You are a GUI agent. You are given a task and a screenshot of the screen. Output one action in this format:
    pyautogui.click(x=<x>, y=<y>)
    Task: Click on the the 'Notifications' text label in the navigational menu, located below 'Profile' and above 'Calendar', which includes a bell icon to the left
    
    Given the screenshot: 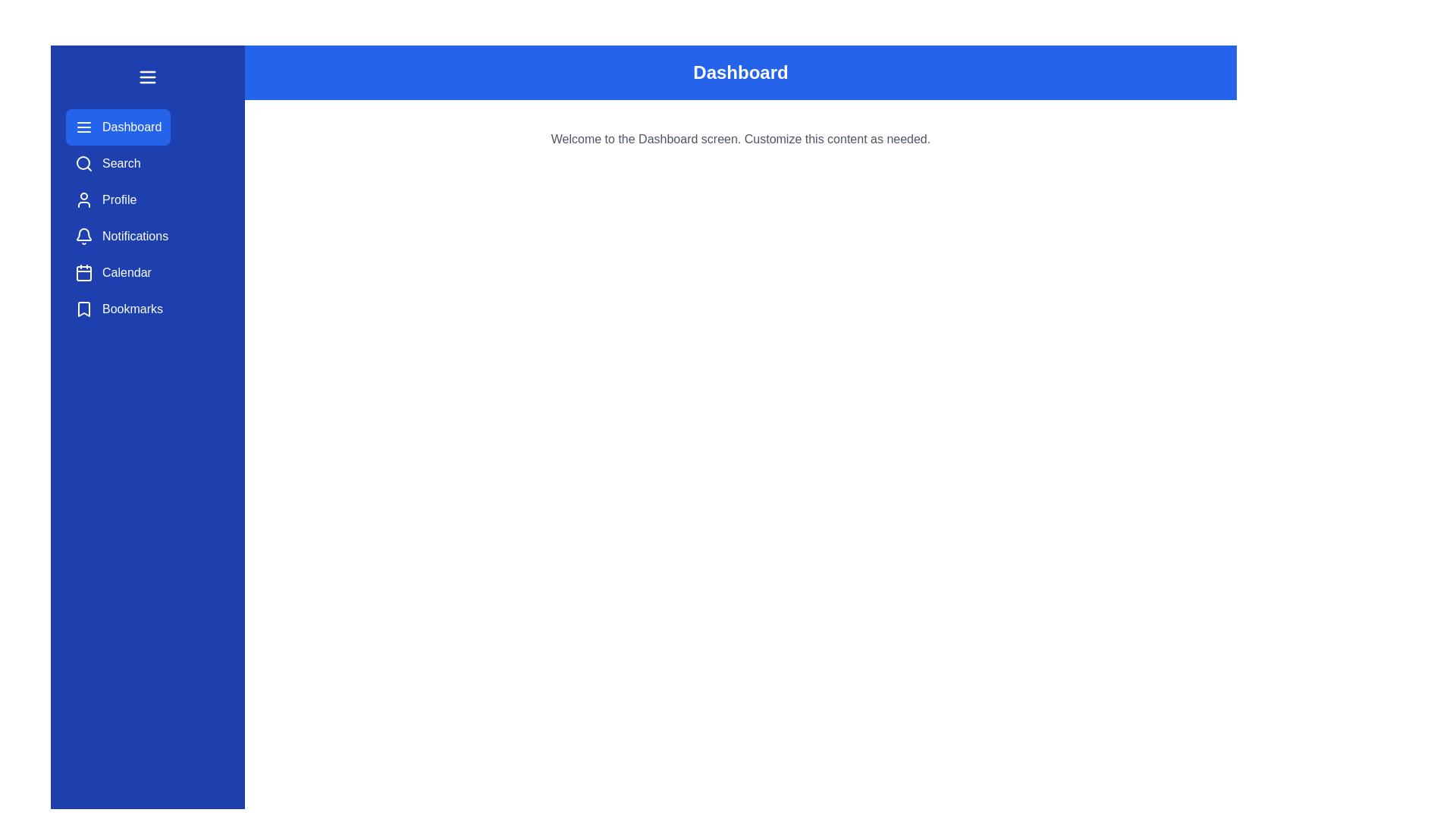 What is the action you would take?
    pyautogui.click(x=135, y=237)
    